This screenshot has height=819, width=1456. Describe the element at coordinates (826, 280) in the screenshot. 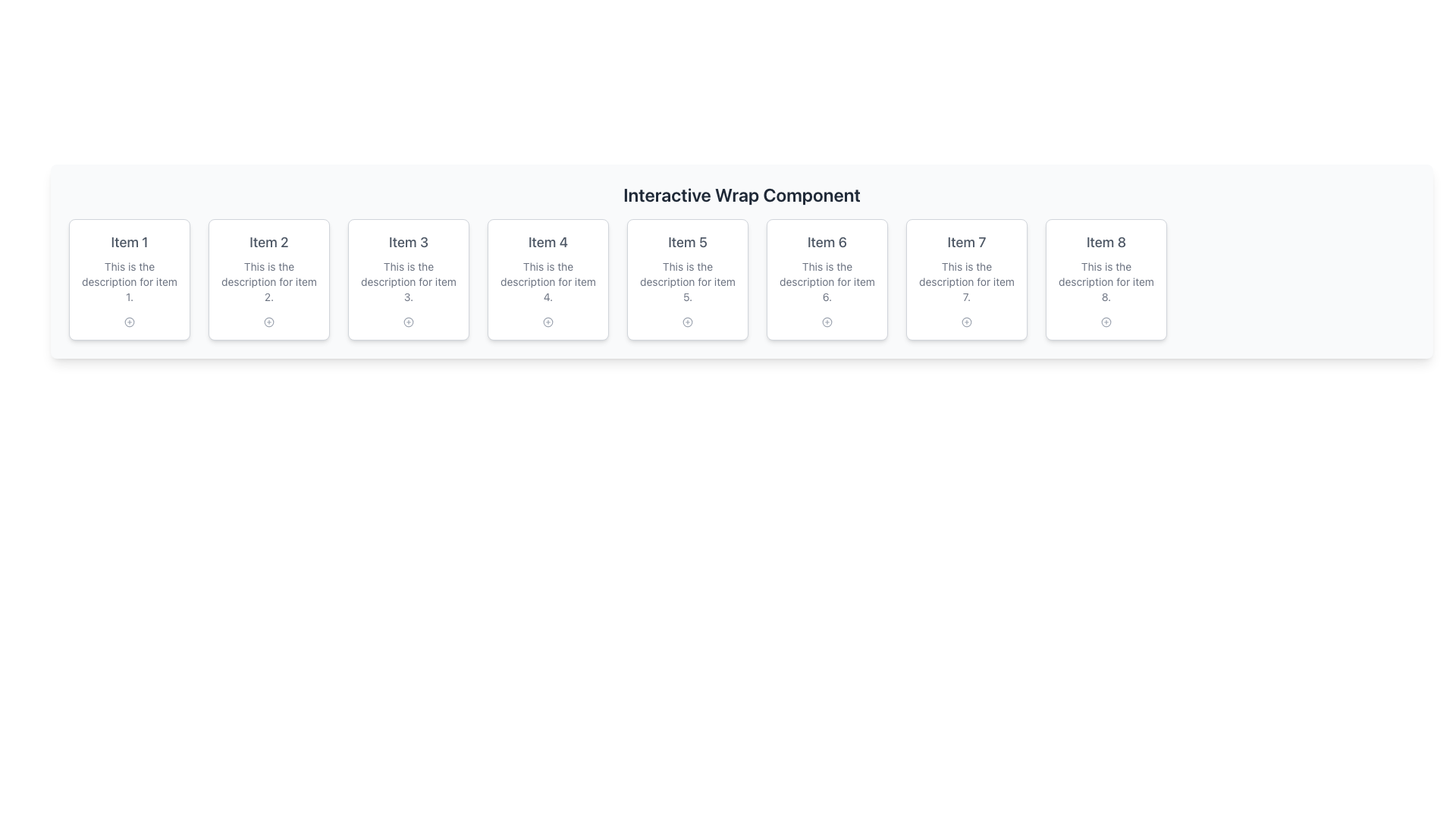

I see `the Card titled 'Item 6', which is a rectangular card with a white background and rounded corners, located in the center-right of the interface` at that location.